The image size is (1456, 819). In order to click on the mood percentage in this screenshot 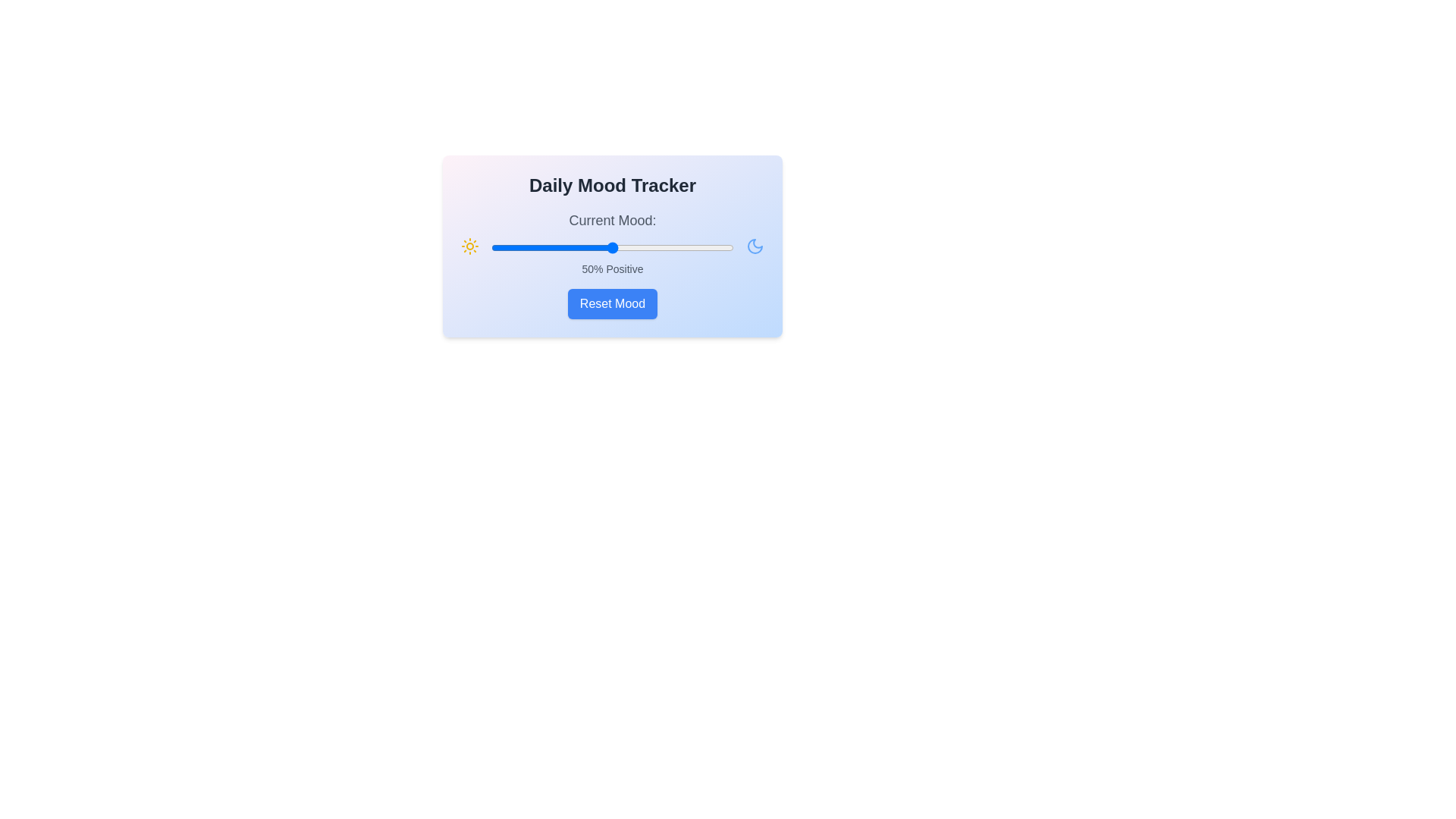, I will do `click(648, 247)`.